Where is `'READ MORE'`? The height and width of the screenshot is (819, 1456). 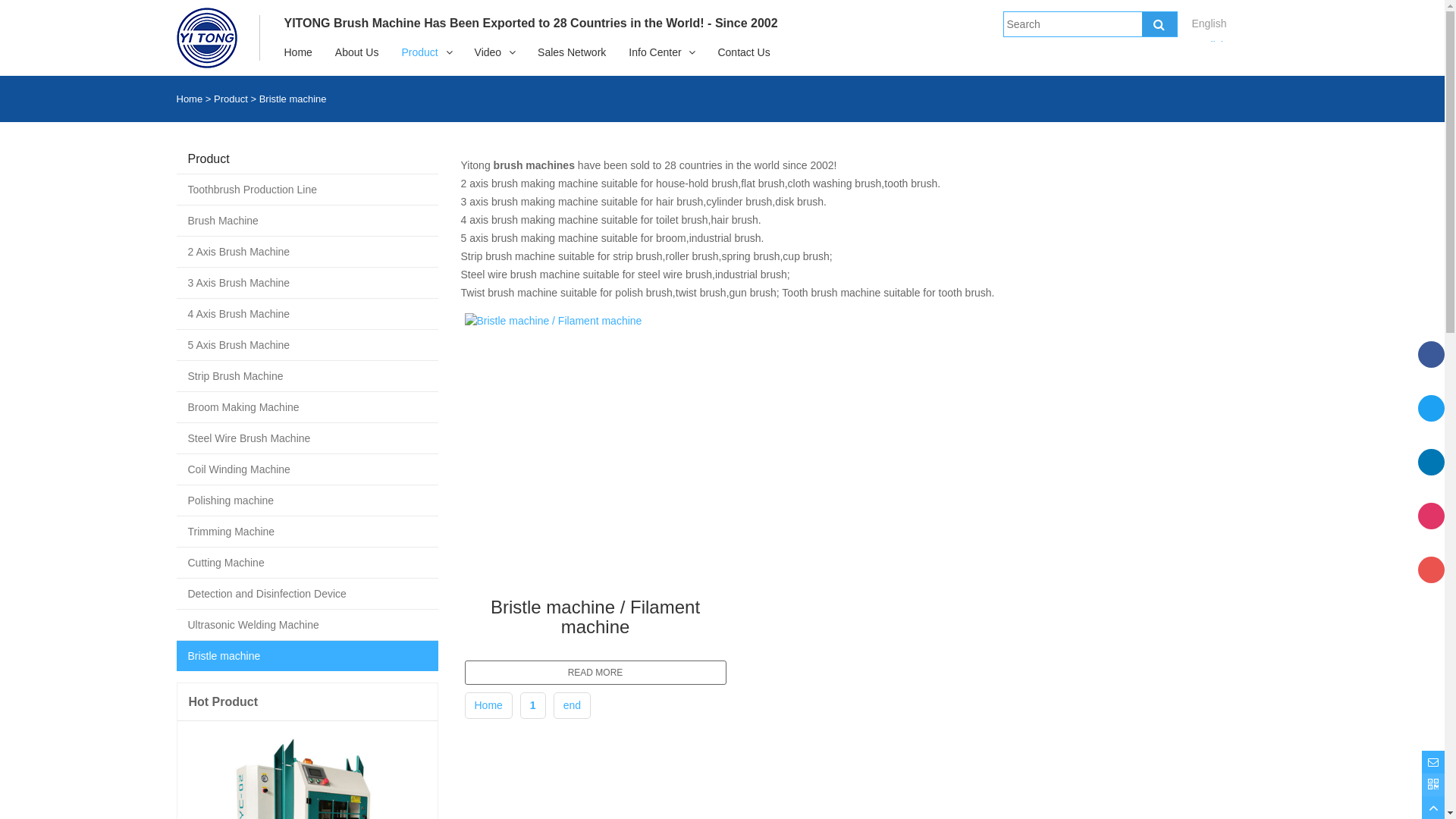
'READ MORE' is located at coordinates (594, 672).